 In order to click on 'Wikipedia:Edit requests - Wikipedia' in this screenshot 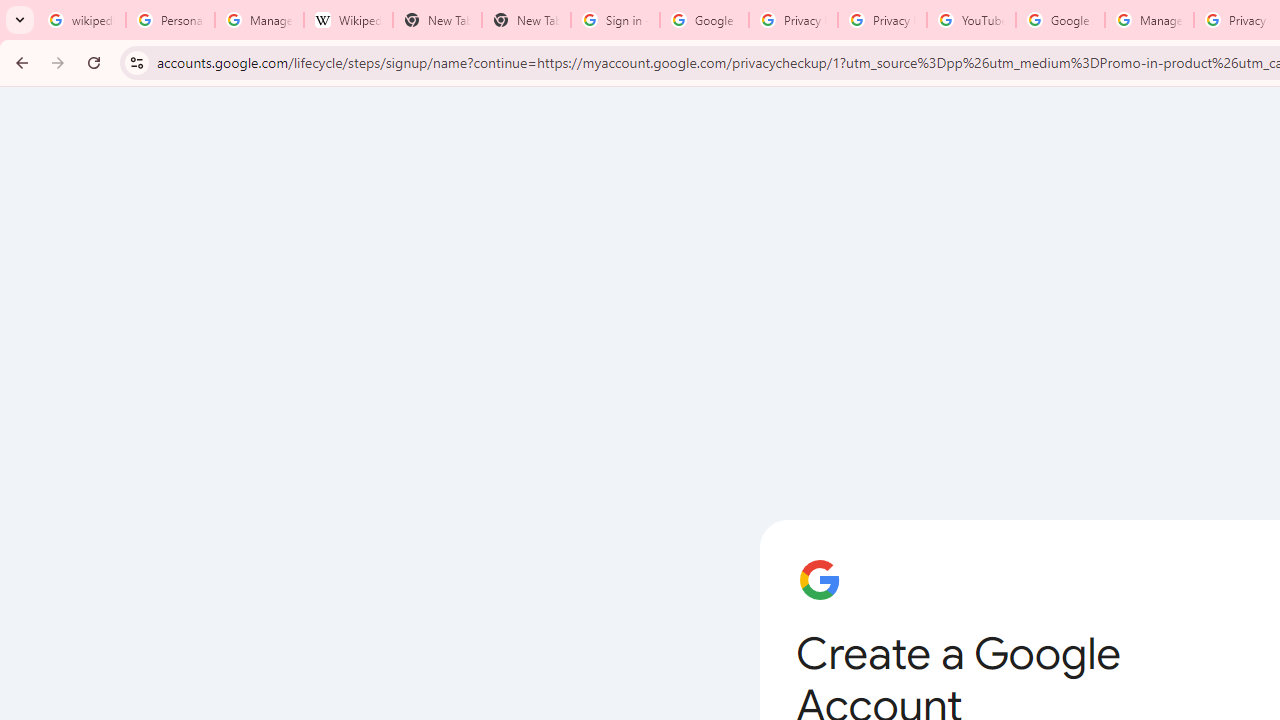, I will do `click(348, 20)`.